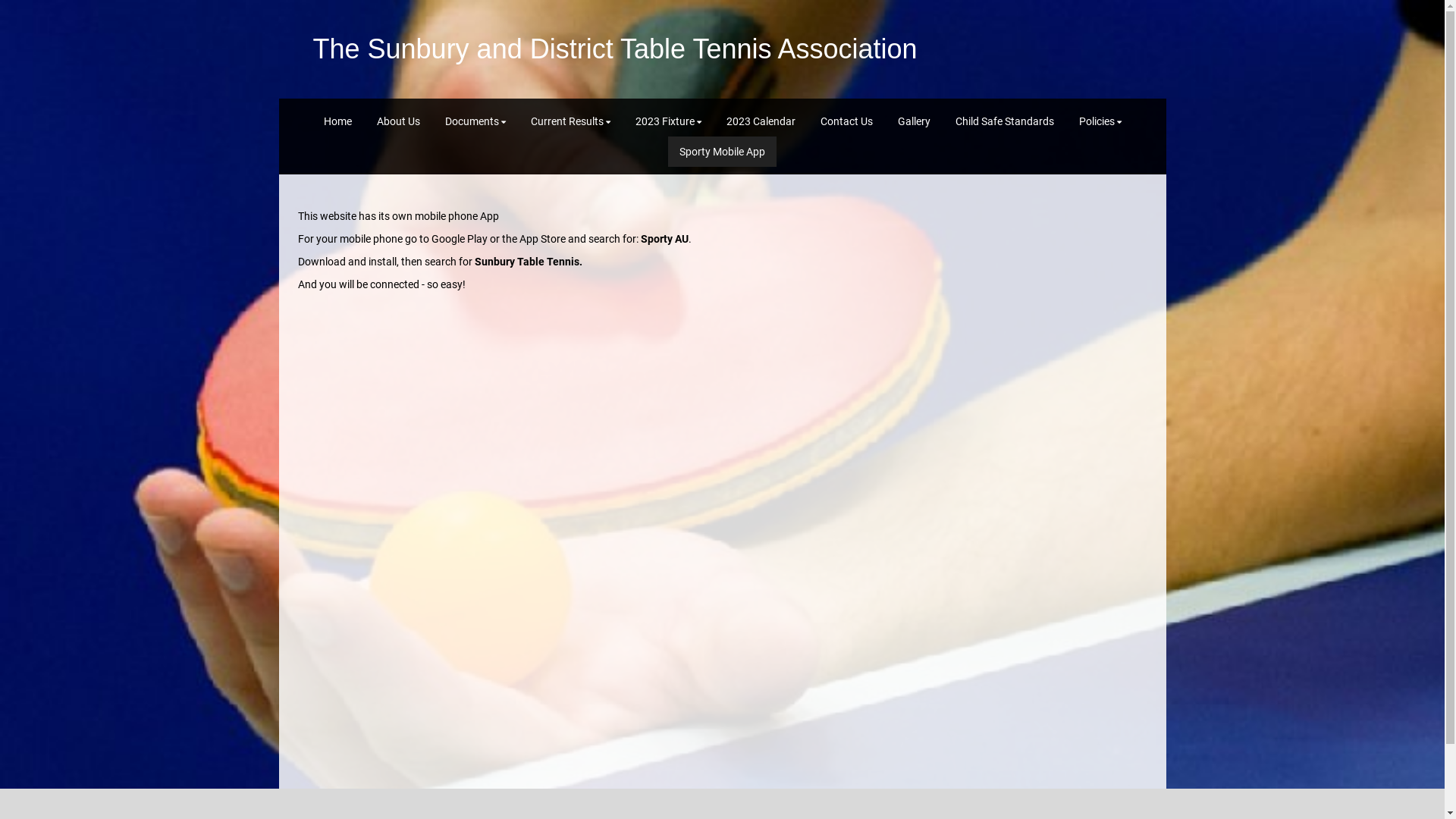 This screenshot has height=819, width=1456. What do you see at coordinates (807, 120) in the screenshot?
I see `'Contact Us'` at bounding box center [807, 120].